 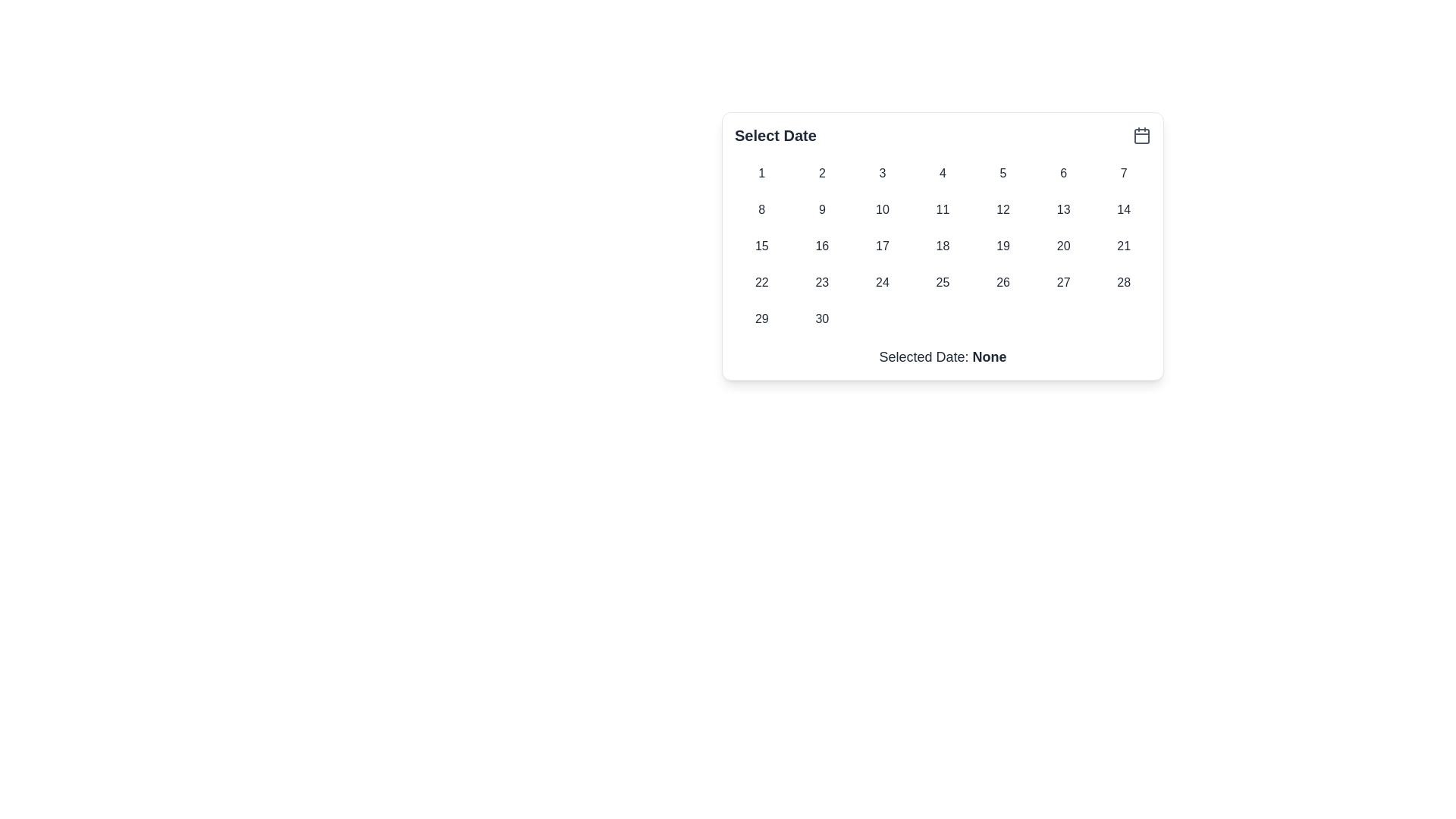 What do you see at coordinates (942, 283) in the screenshot?
I see `the selectable date button representing the 25th of the month in the calendar UI` at bounding box center [942, 283].